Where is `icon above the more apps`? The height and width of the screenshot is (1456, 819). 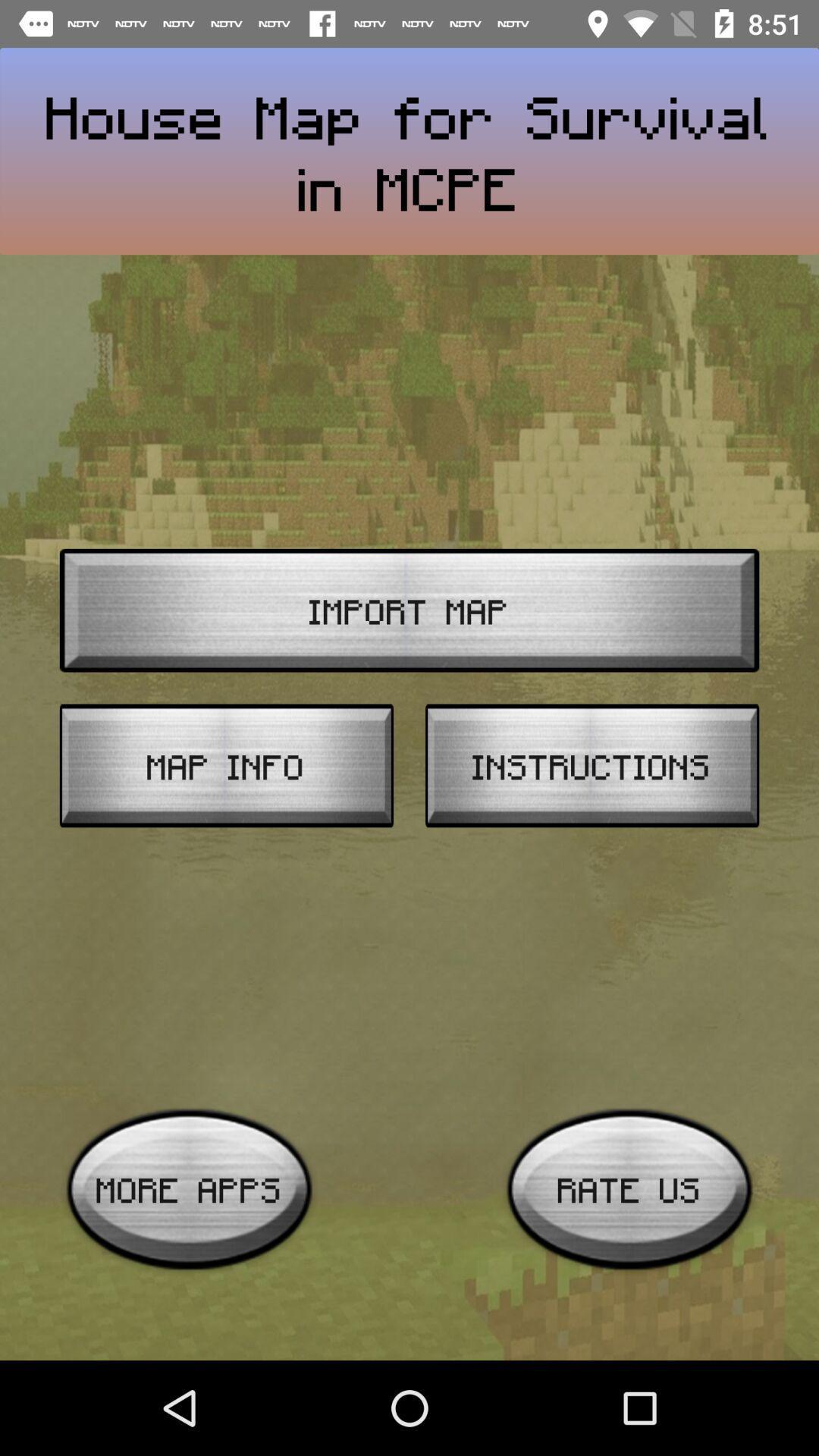
icon above the more apps is located at coordinates (226, 765).